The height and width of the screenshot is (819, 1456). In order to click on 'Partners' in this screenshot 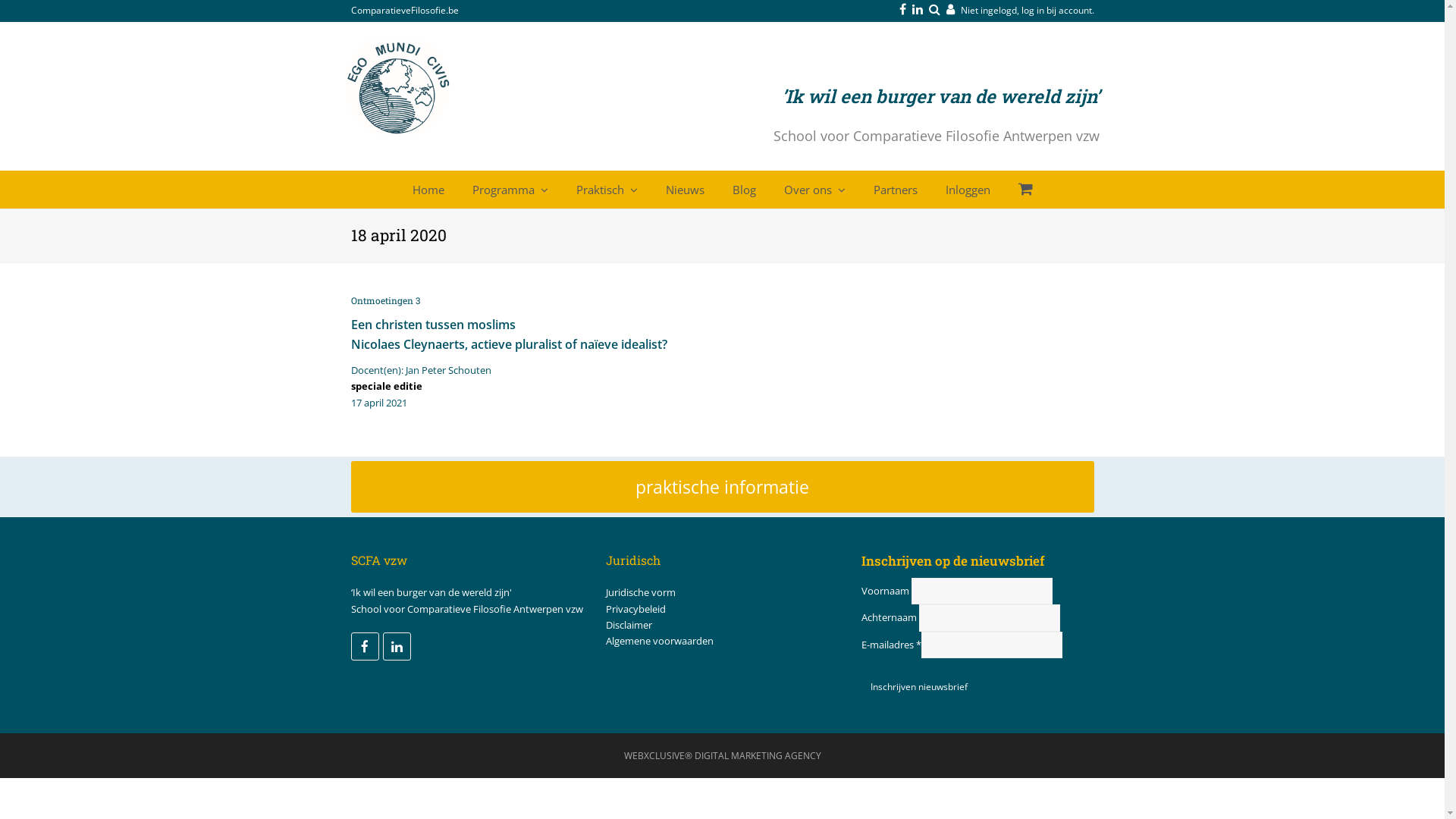, I will do `click(895, 189)`.